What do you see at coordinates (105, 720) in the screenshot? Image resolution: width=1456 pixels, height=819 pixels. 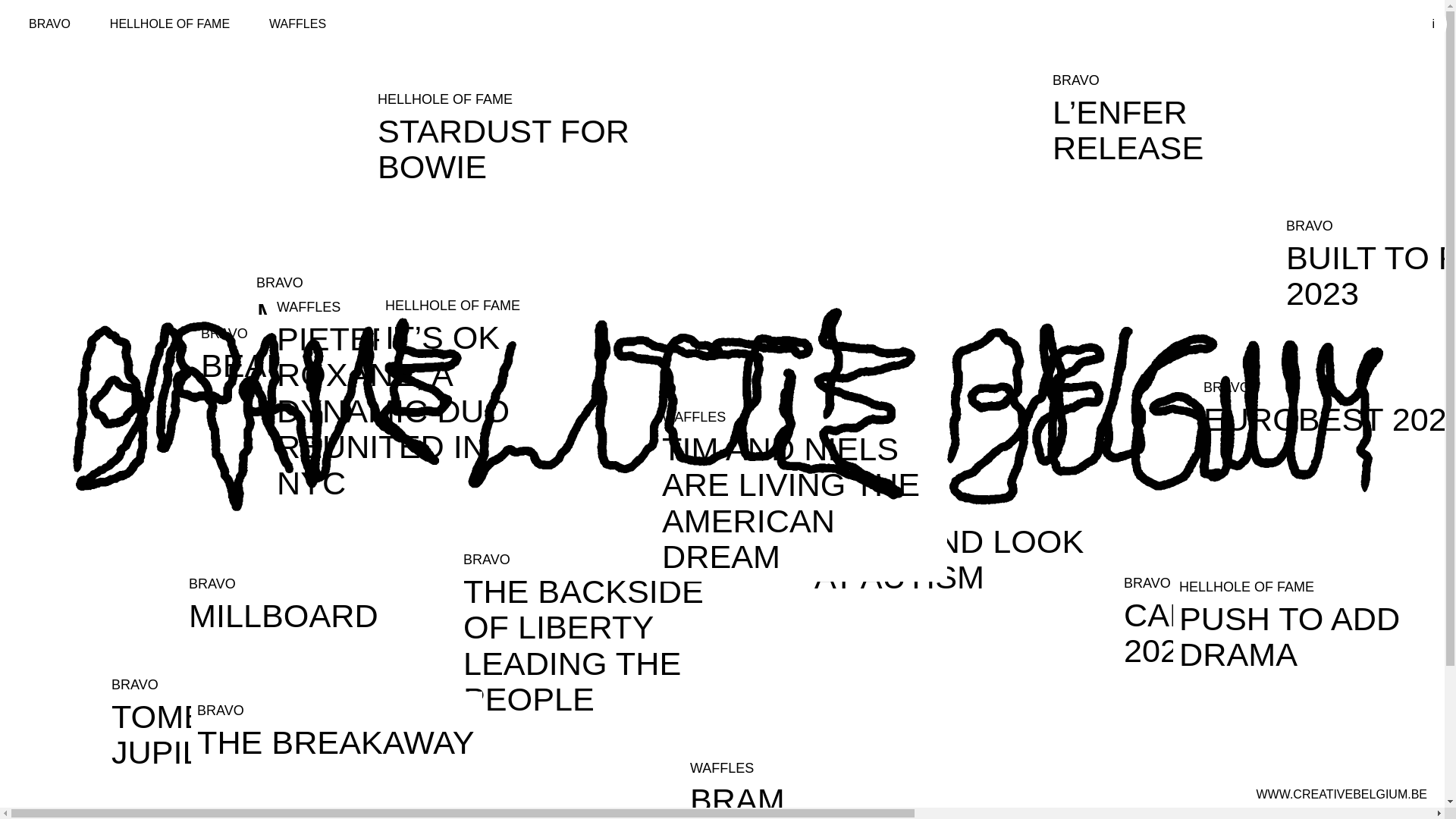 I see `'BRAVO` at bounding box center [105, 720].